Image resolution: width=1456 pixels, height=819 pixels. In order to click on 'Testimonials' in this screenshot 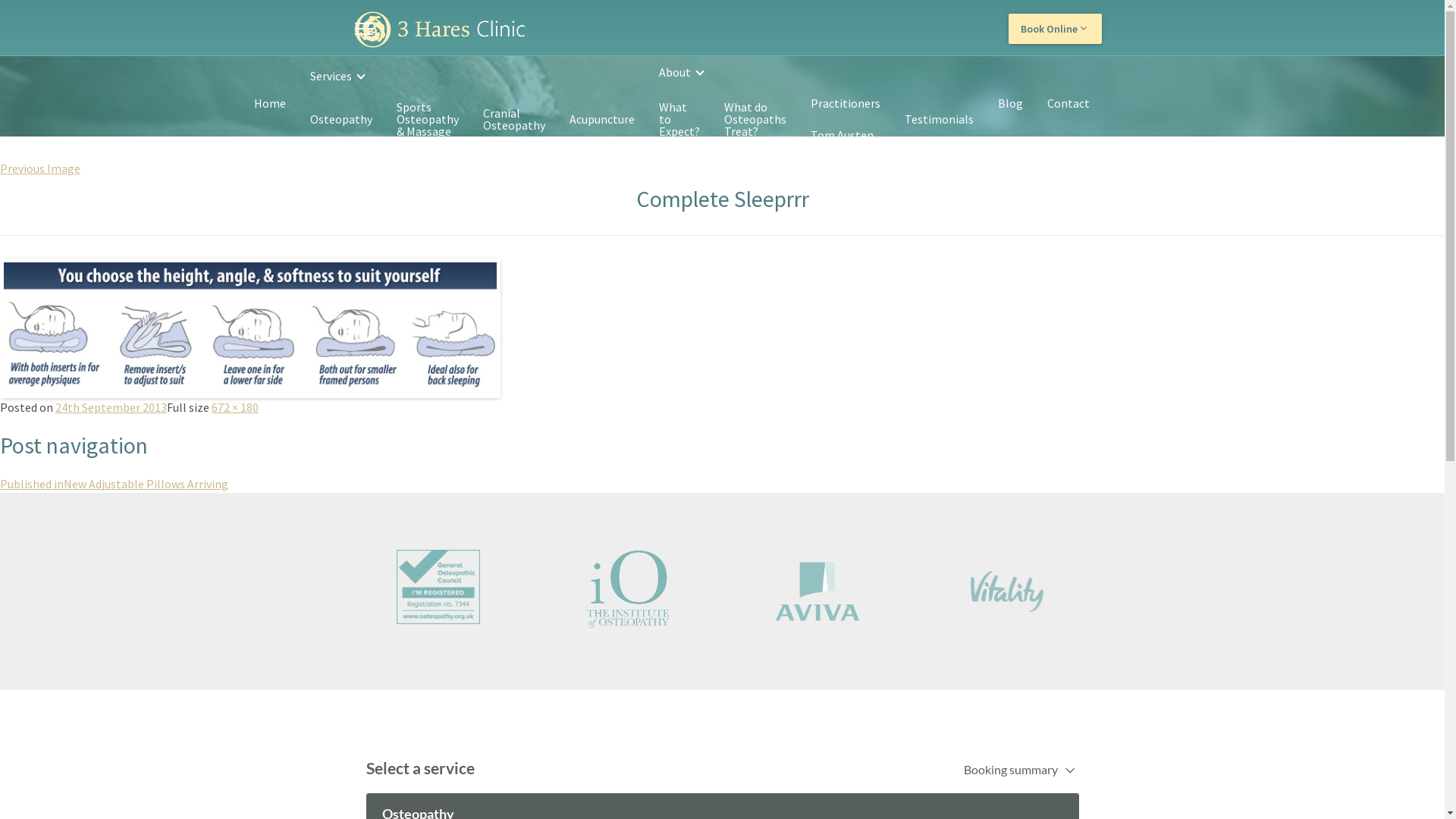, I will do `click(937, 118)`.